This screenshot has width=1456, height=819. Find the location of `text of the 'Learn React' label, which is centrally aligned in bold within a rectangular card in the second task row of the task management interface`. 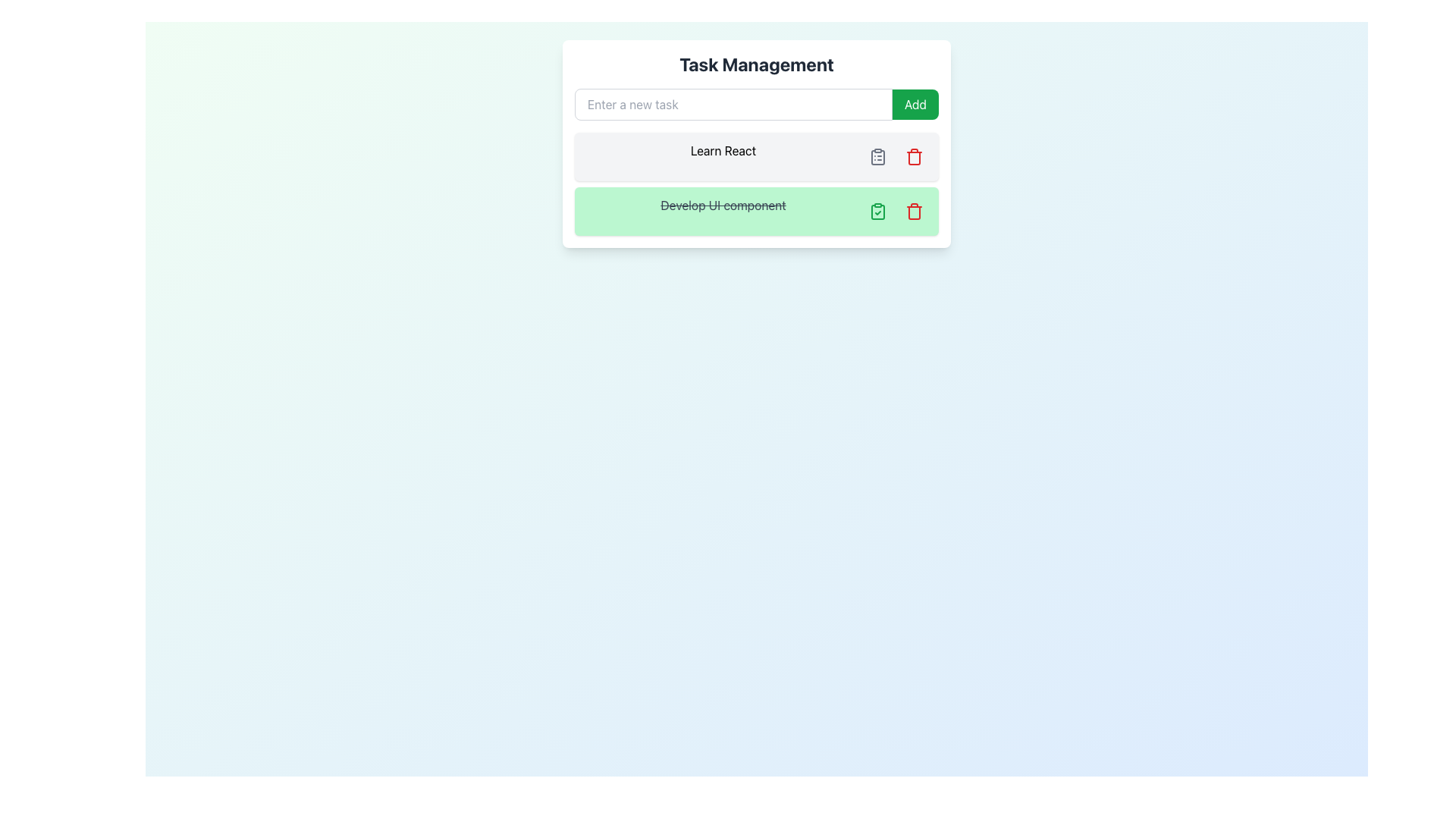

text of the 'Learn React' label, which is centrally aligned in bold within a rectangular card in the second task row of the task management interface is located at coordinates (723, 157).